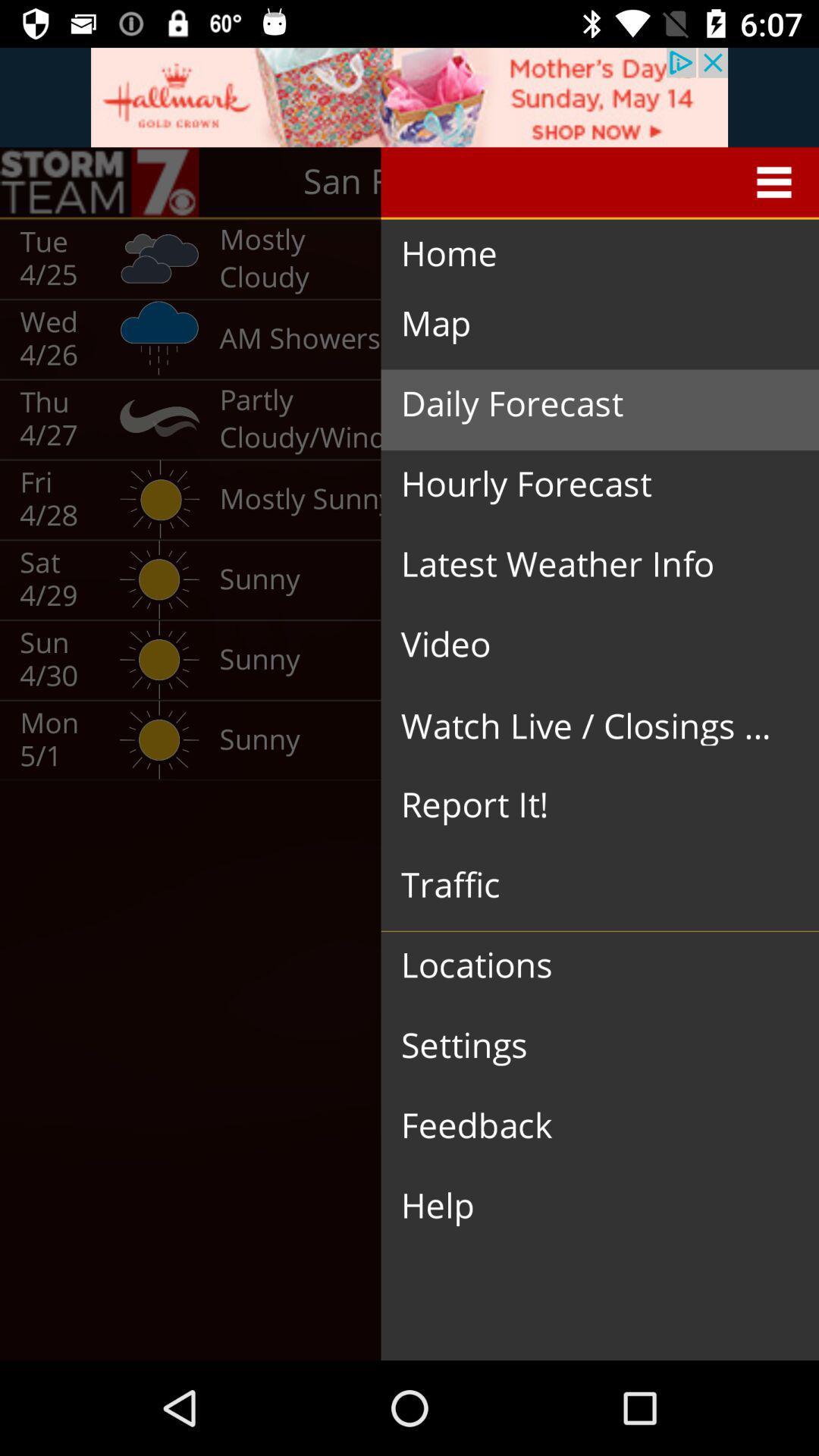 The width and height of the screenshot is (819, 1456). I want to click on the item next to am showers, so click(587, 404).